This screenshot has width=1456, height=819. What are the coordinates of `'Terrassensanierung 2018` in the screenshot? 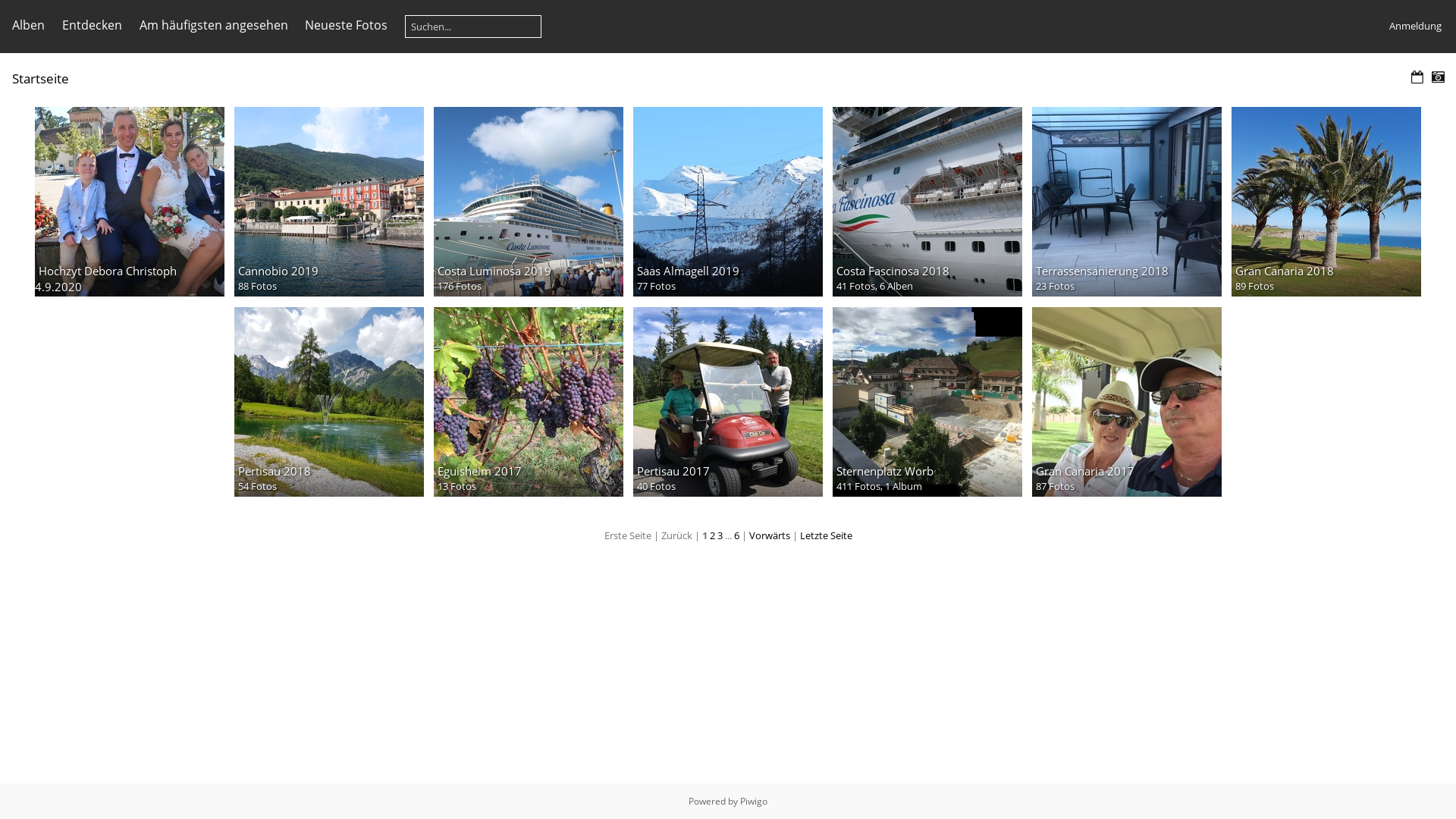 It's located at (1031, 201).